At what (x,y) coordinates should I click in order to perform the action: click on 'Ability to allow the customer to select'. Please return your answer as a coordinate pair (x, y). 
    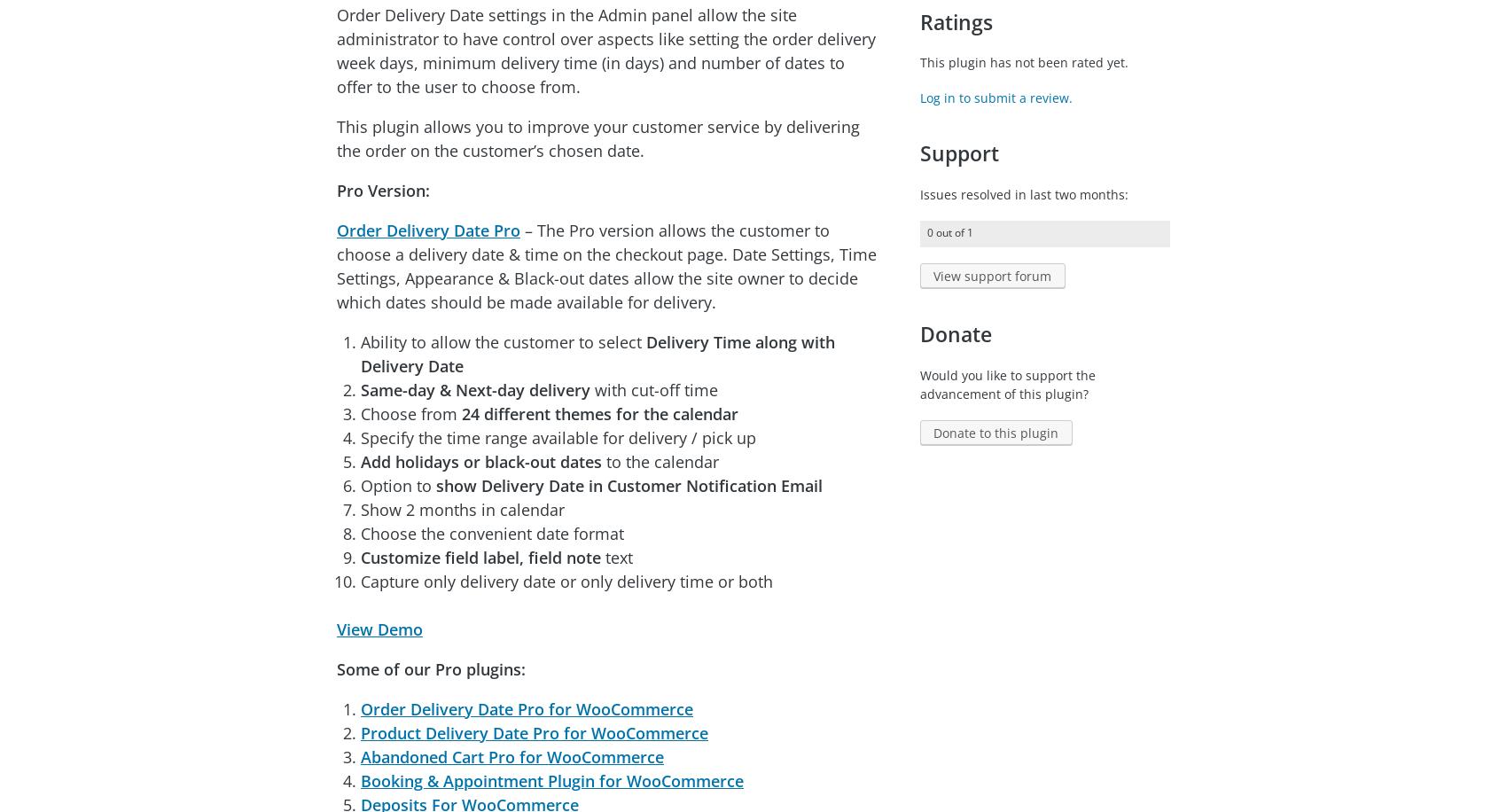
    Looking at the image, I should click on (502, 340).